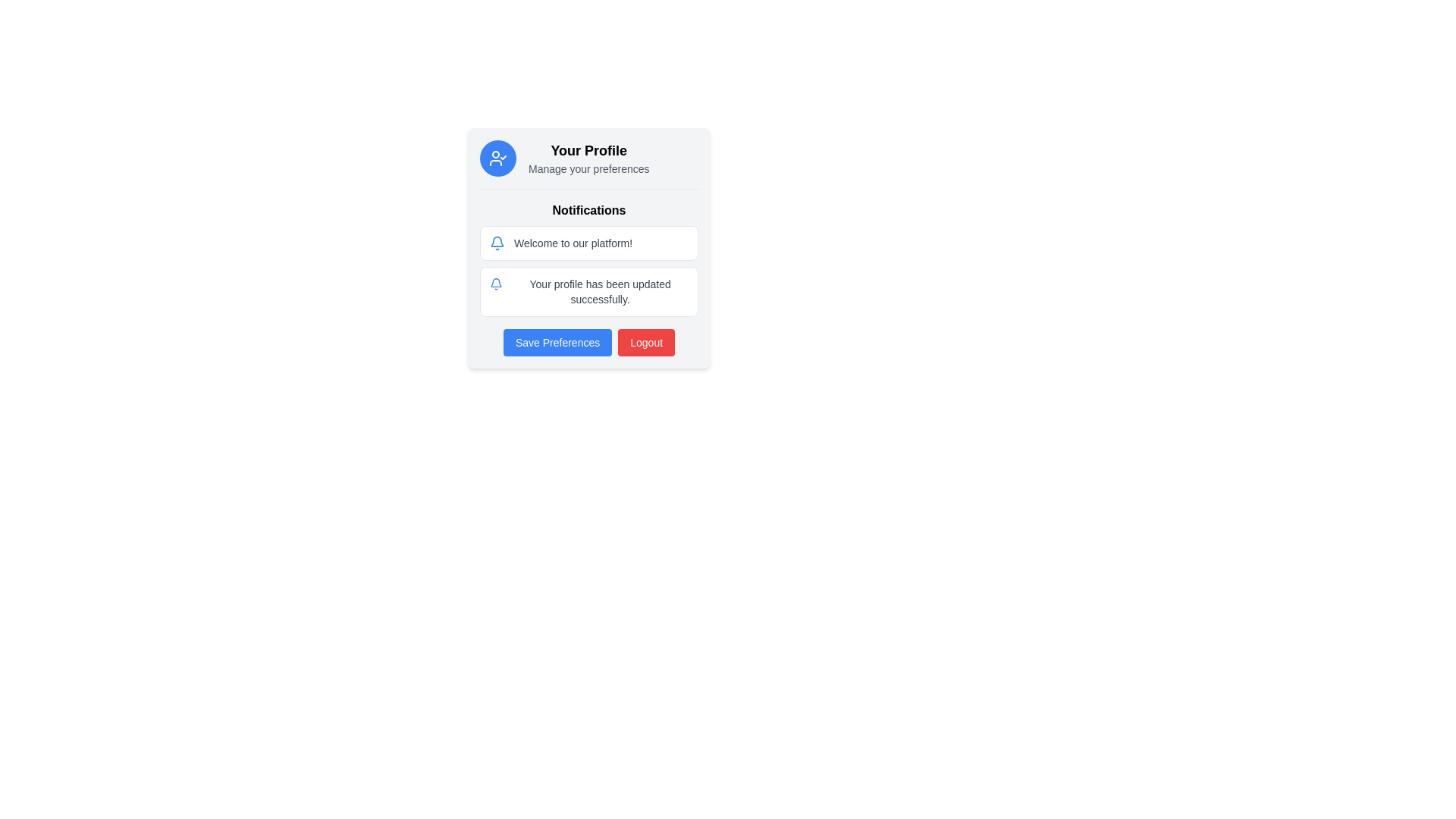  I want to click on the text that informs the user about the successful profile update, located inside the second notification entry above the buttons in the card, so click(599, 292).